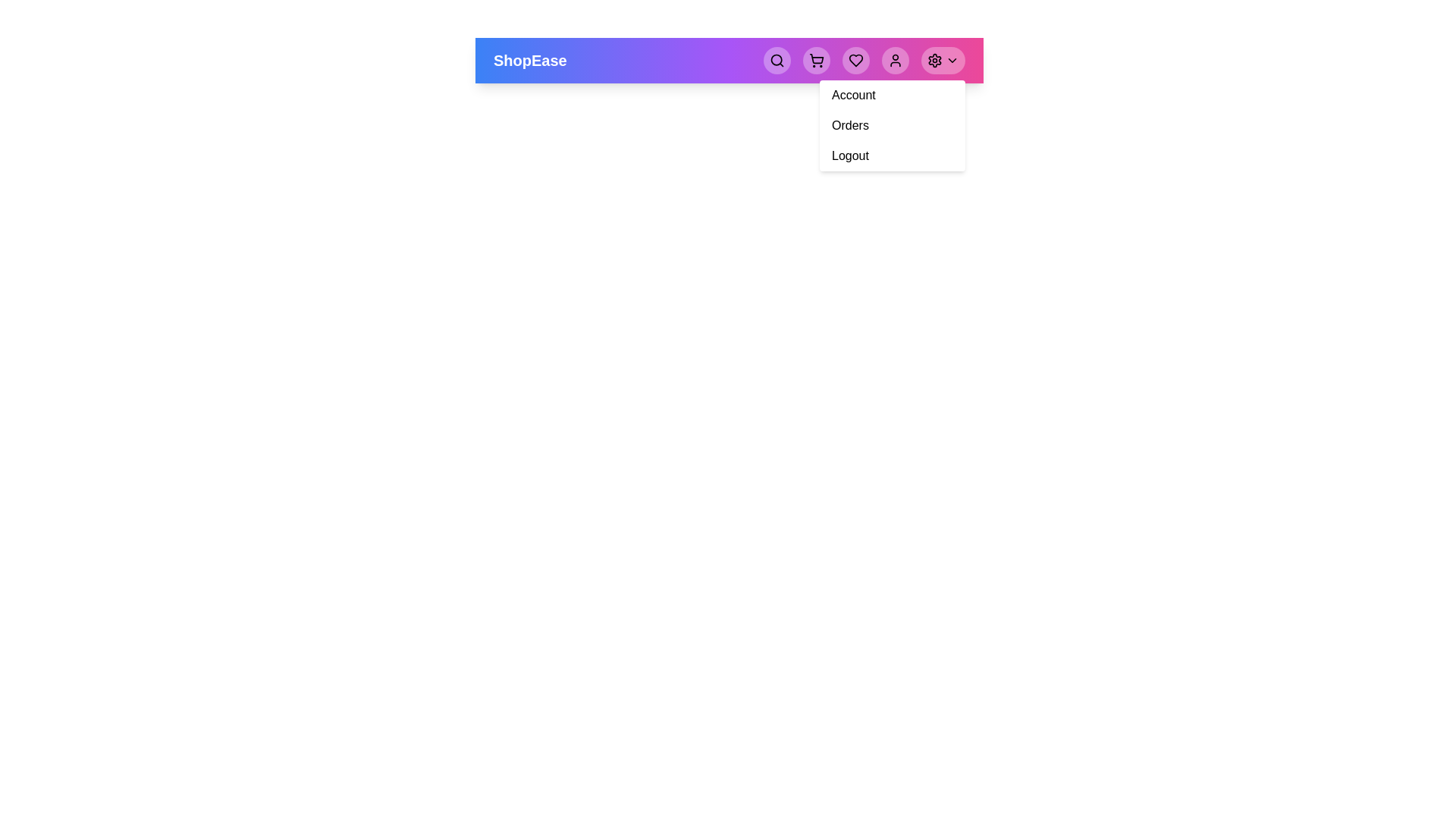 The height and width of the screenshot is (819, 1456). Describe the element at coordinates (853, 96) in the screenshot. I see `the 'Account' option in the menu` at that location.